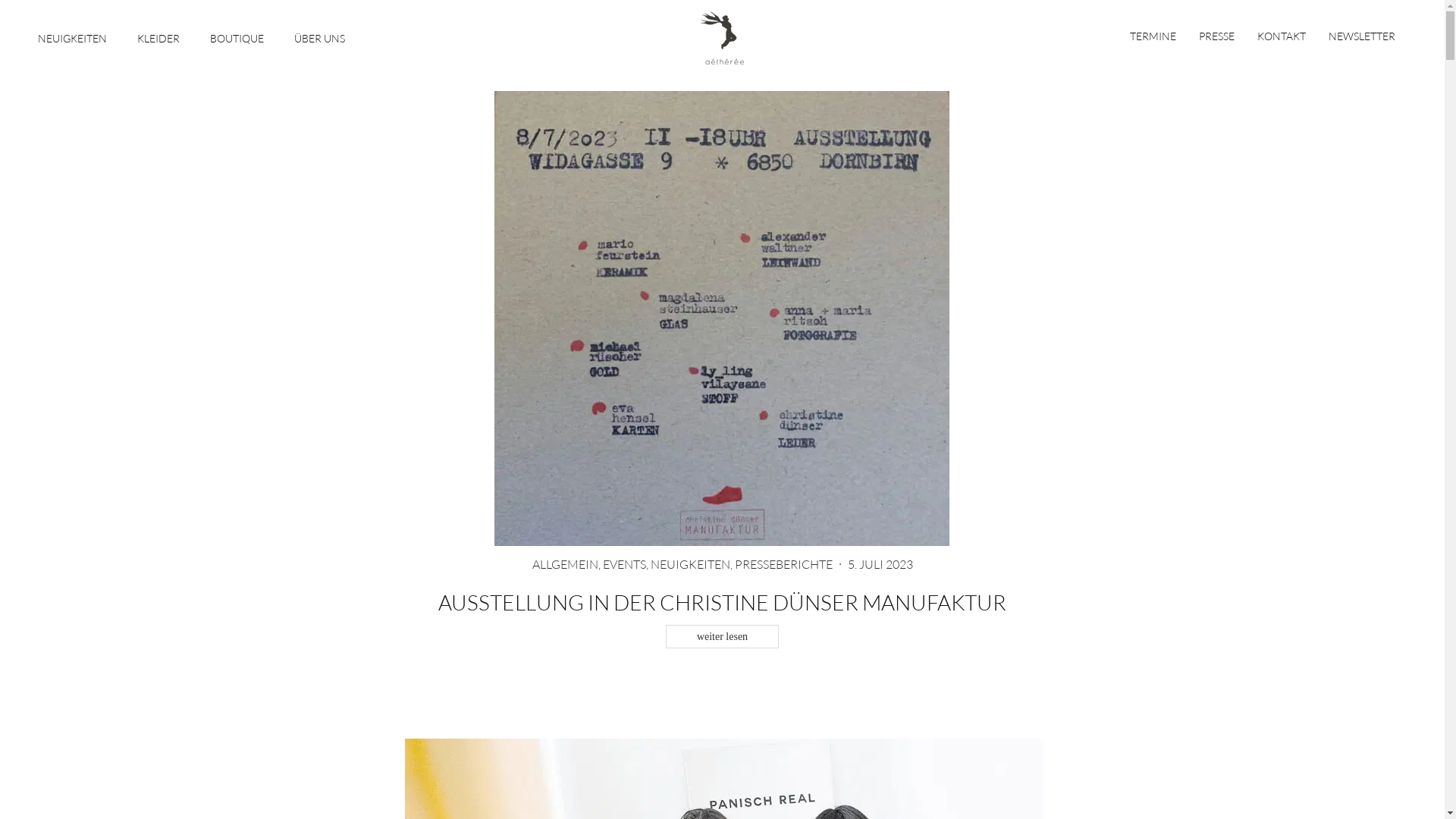 This screenshot has height=819, width=1456. Describe the element at coordinates (689, 564) in the screenshot. I see `'NEUIGKEITEN'` at that location.